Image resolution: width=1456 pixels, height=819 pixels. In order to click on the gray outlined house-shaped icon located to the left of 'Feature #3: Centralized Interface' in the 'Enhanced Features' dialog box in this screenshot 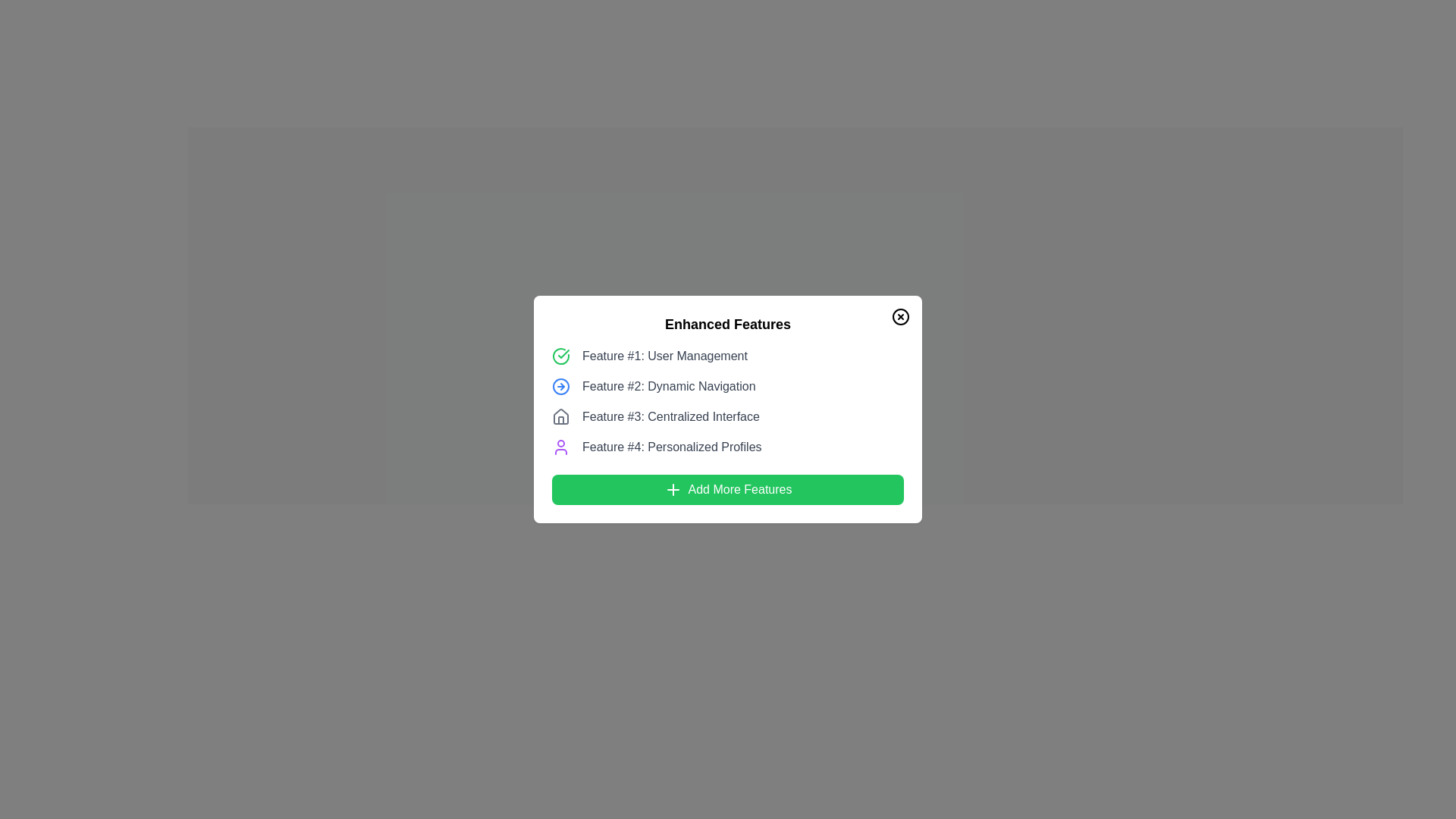, I will do `click(560, 417)`.